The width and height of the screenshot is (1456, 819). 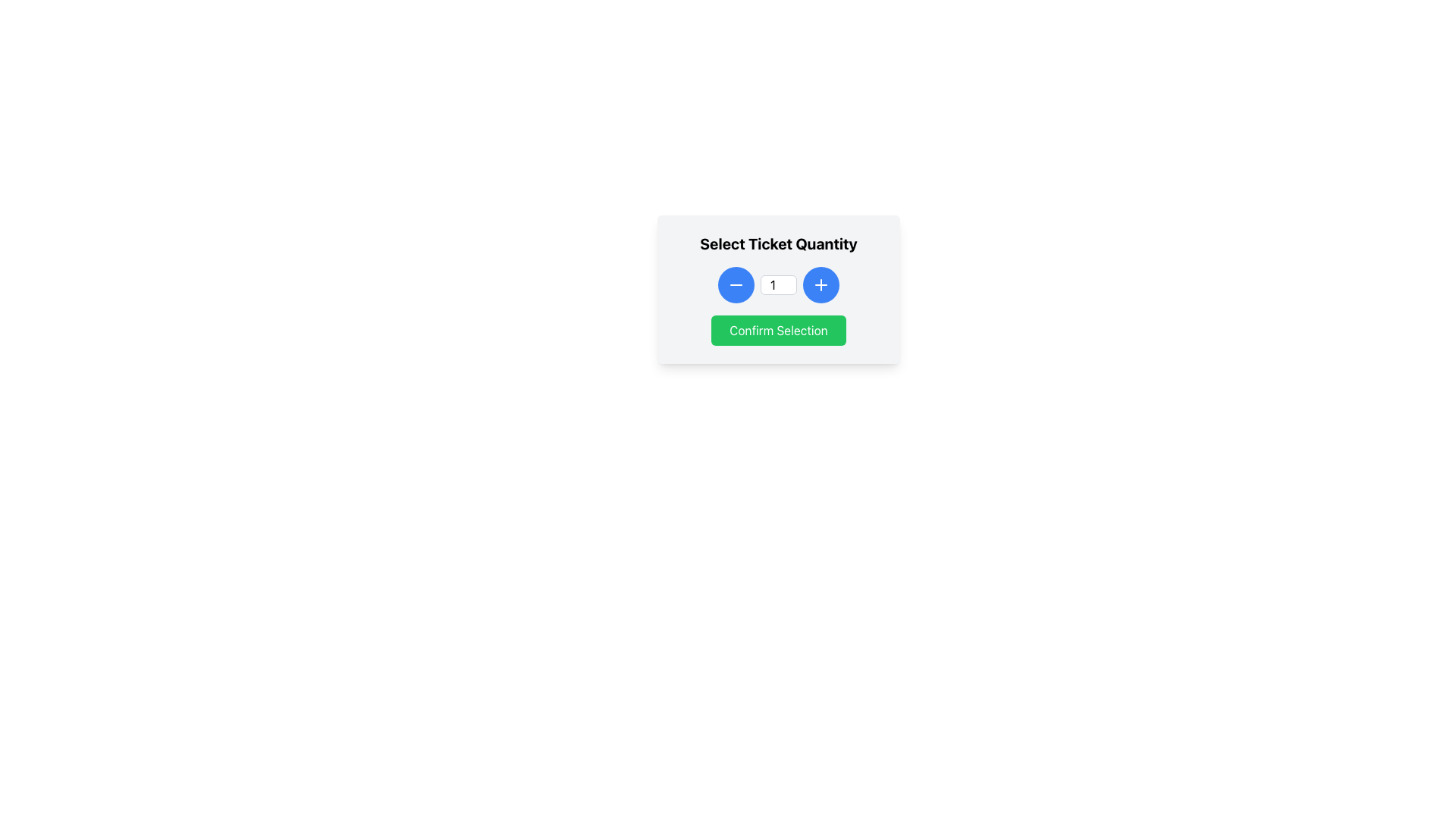 What do you see at coordinates (779, 243) in the screenshot?
I see `the Text Label that introduces the ticket quantity selection feature, which is centered above the ticket quantity adjustment controls` at bounding box center [779, 243].